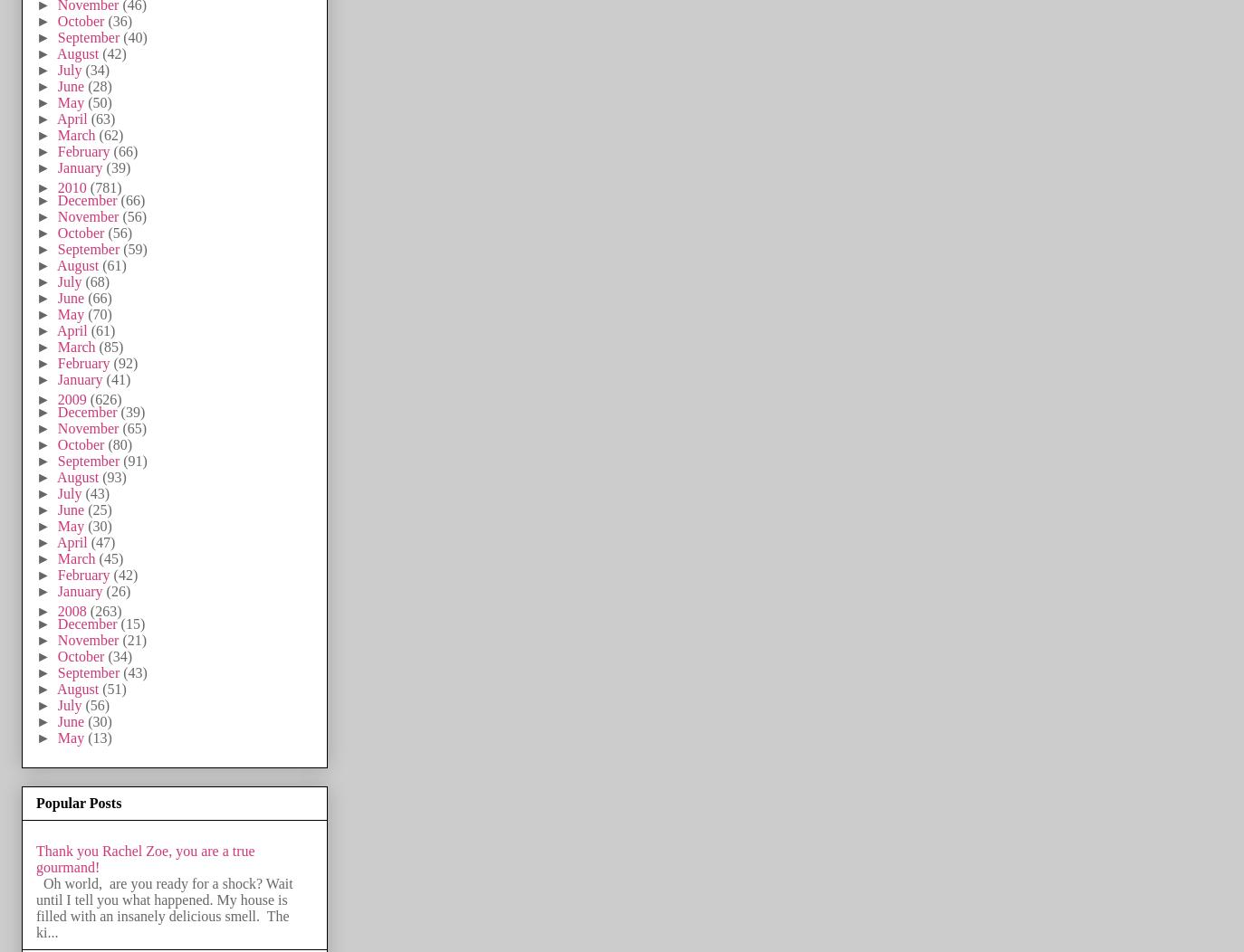 This screenshot has width=1244, height=952. I want to click on '(65)', so click(133, 427).